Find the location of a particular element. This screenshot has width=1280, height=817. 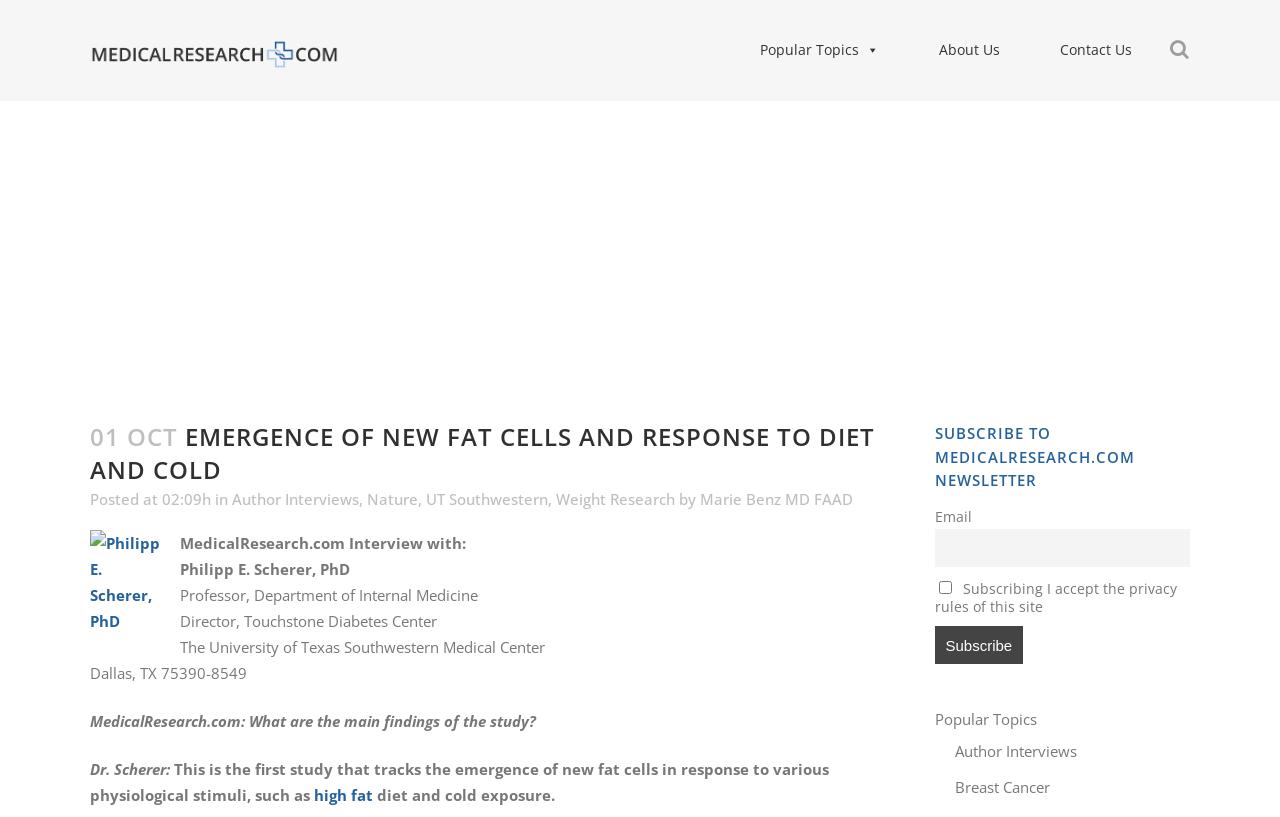

'Subscribe to MedicalResearch.com Newsletter' is located at coordinates (1035, 456).